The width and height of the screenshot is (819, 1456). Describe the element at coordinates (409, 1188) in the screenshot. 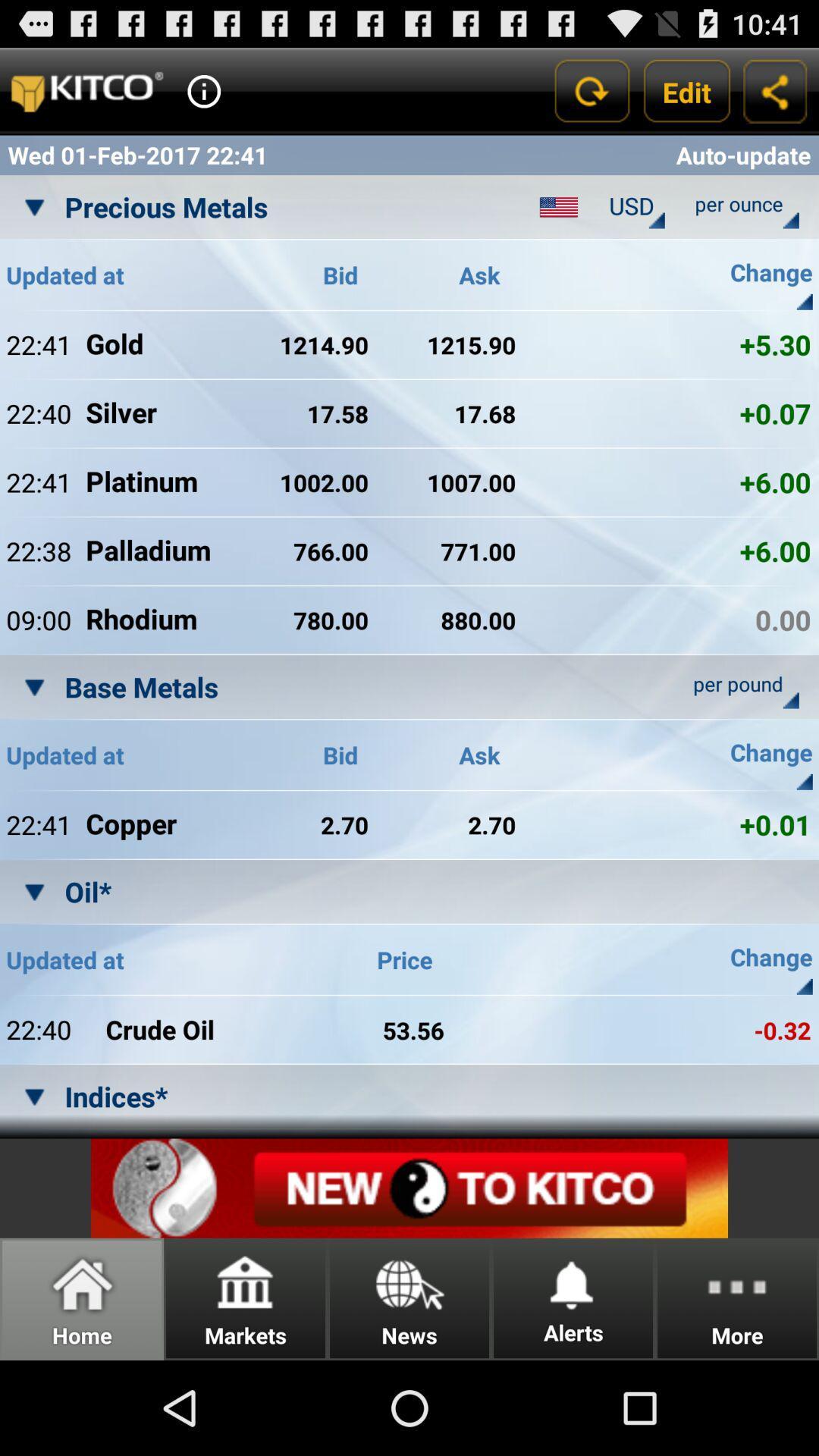

I see `advertisement website` at that location.